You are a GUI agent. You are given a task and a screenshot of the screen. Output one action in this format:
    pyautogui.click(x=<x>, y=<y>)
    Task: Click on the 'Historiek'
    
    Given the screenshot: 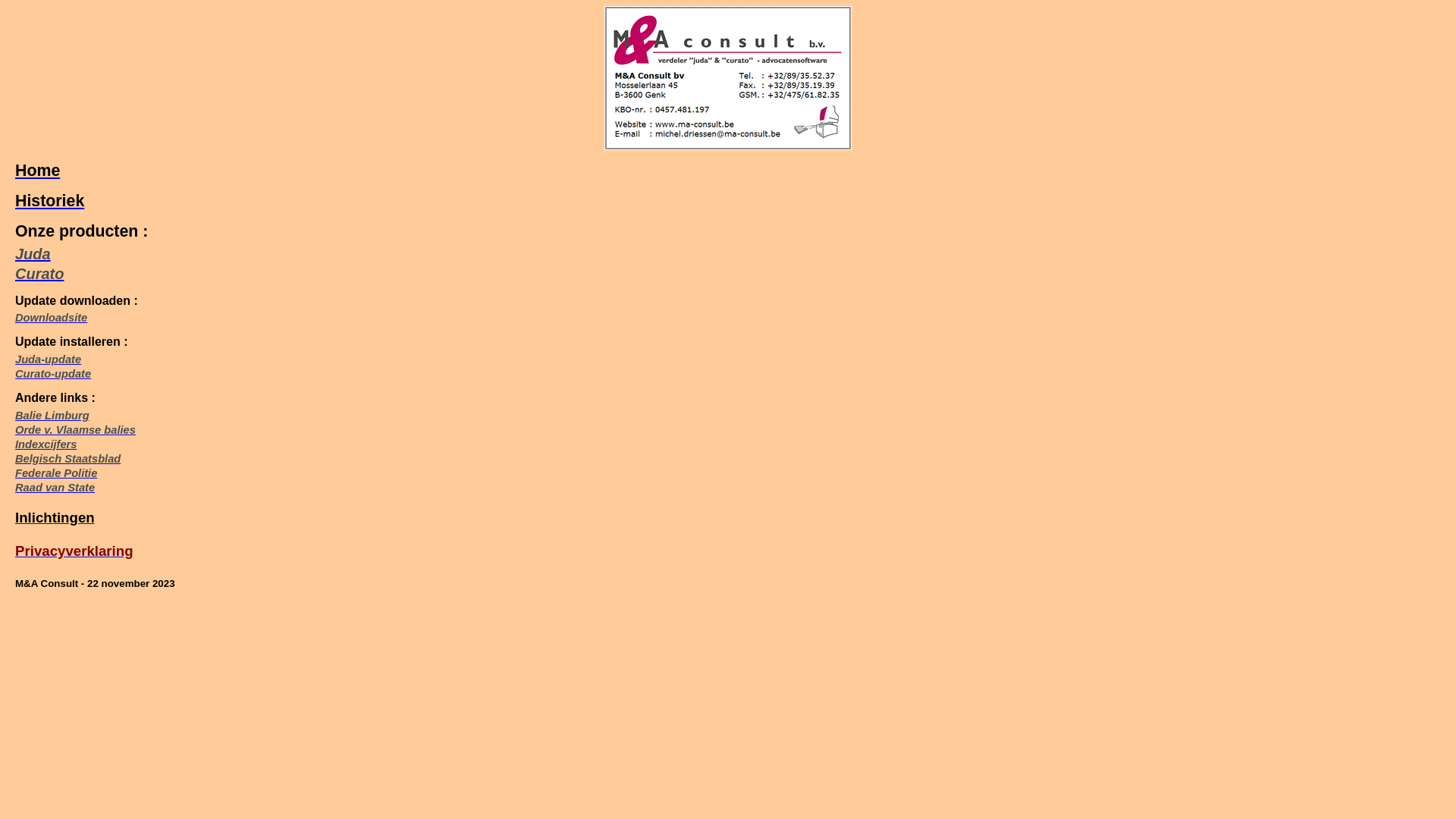 What is the action you would take?
    pyautogui.click(x=49, y=200)
    